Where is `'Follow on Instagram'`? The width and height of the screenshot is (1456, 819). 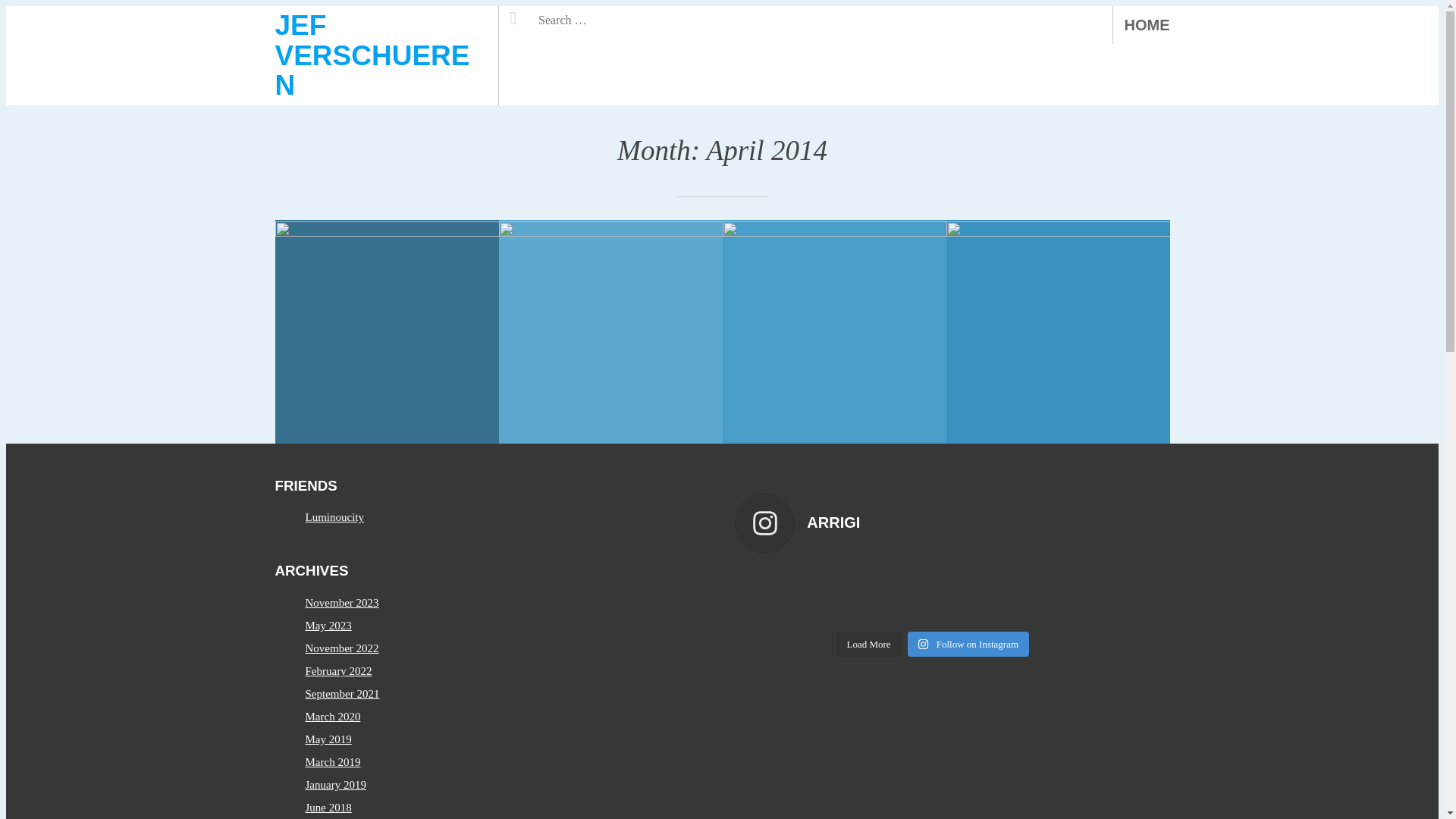
'Follow on Instagram' is located at coordinates (967, 644).